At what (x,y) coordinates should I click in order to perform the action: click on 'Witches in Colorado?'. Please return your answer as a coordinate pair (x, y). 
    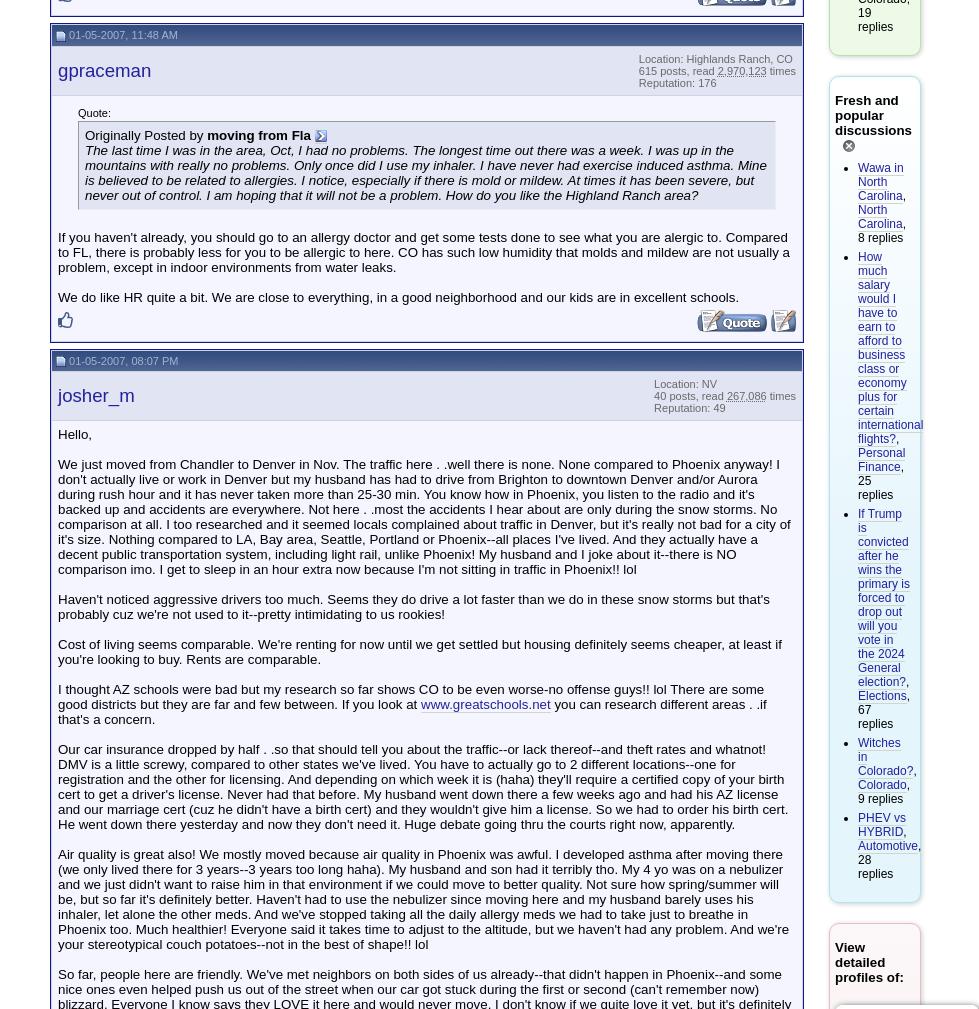
    Looking at the image, I should click on (856, 756).